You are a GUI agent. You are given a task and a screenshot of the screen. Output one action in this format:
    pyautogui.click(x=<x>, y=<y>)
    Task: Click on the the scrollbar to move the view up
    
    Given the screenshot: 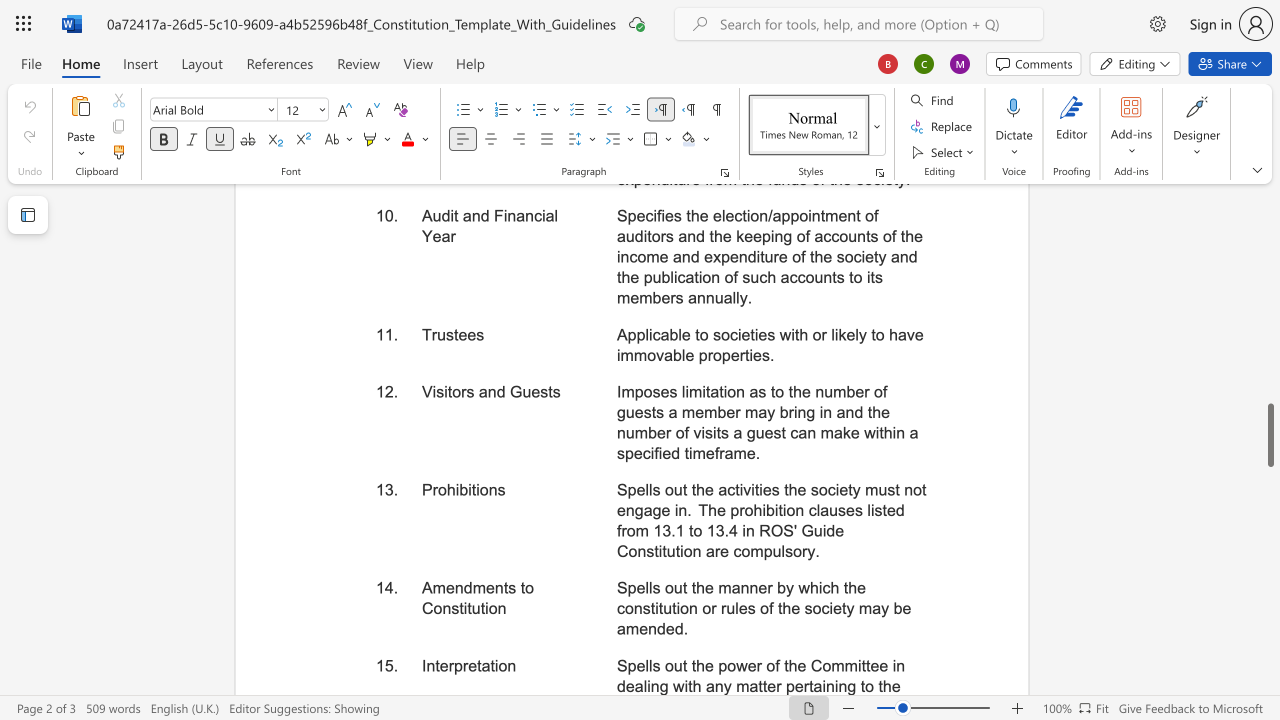 What is the action you would take?
    pyautogui.click(x=1269, y=490)
    